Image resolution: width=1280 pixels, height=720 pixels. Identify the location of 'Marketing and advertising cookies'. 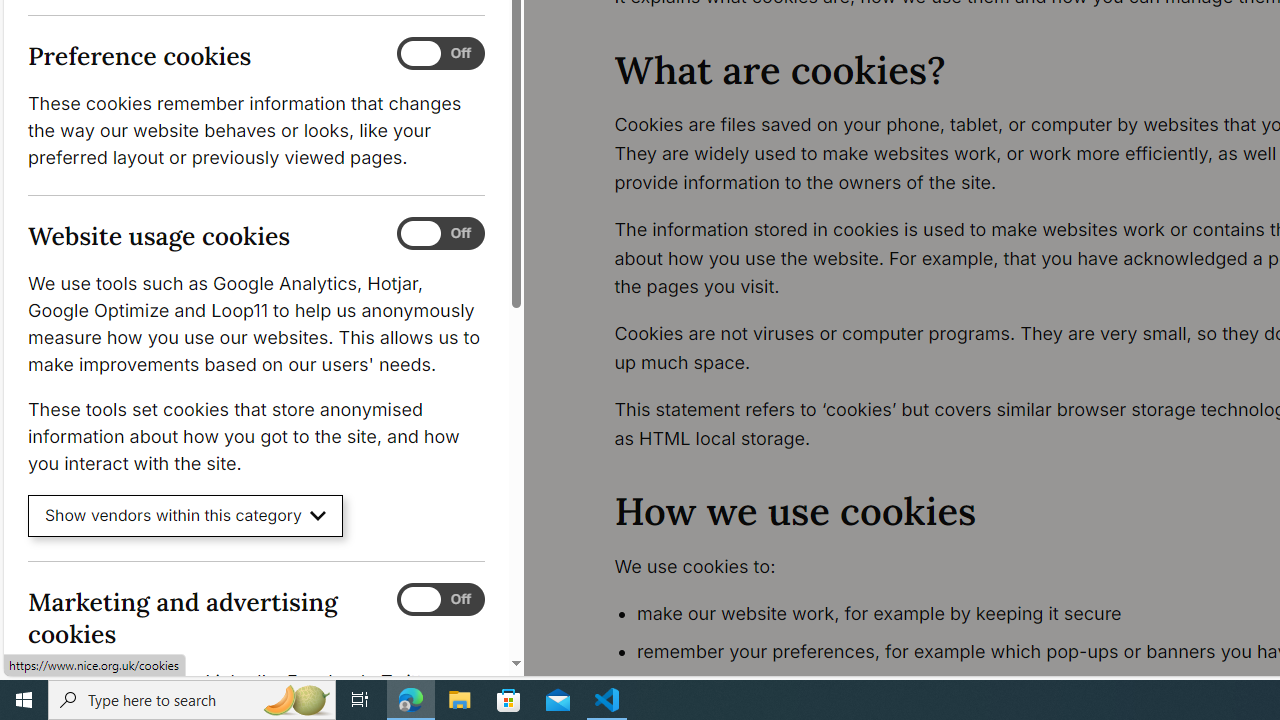
(439, 598).